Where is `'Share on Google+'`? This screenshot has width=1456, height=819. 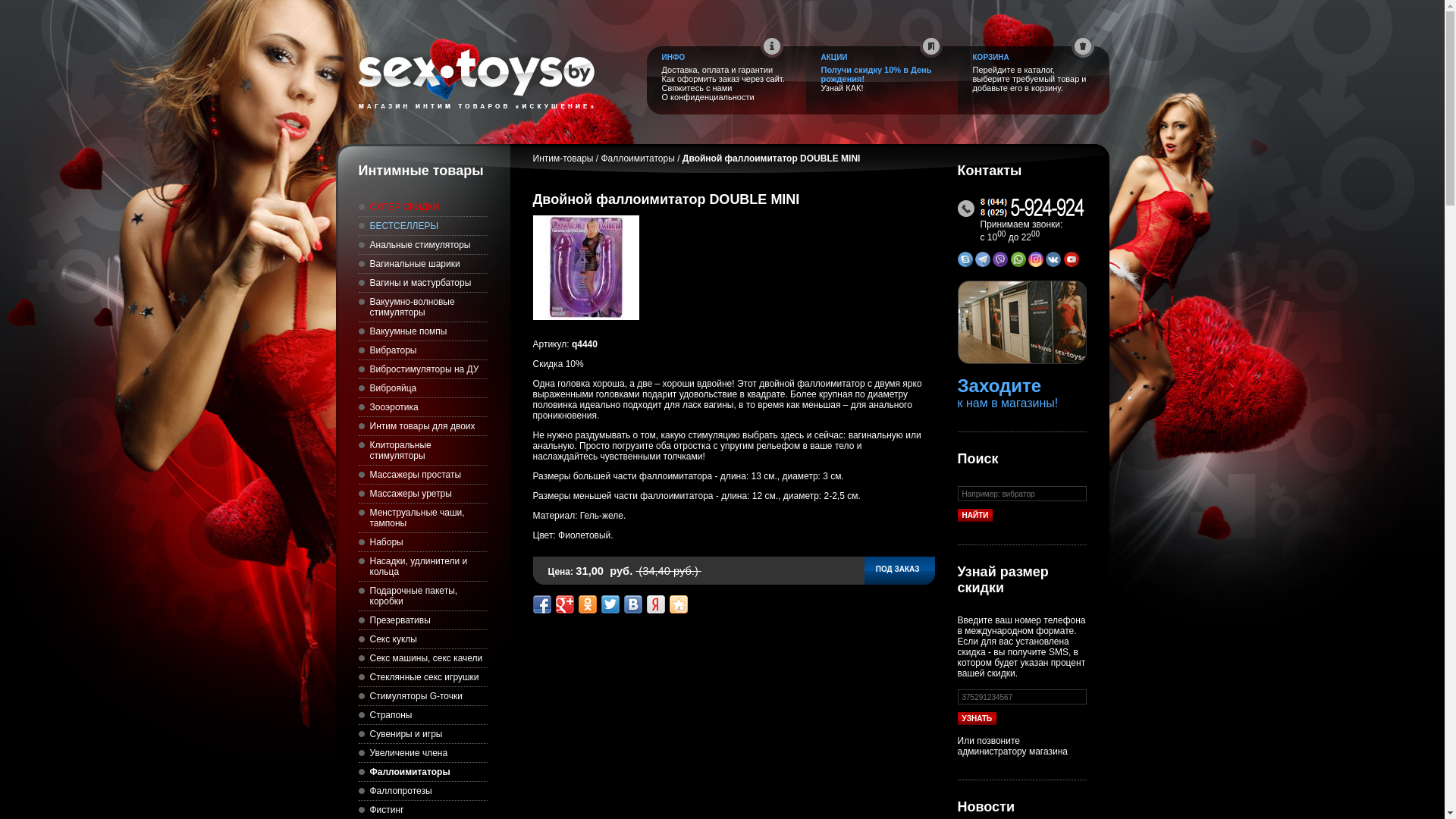
'Share on Google+' is located at coordinates (563, 604).